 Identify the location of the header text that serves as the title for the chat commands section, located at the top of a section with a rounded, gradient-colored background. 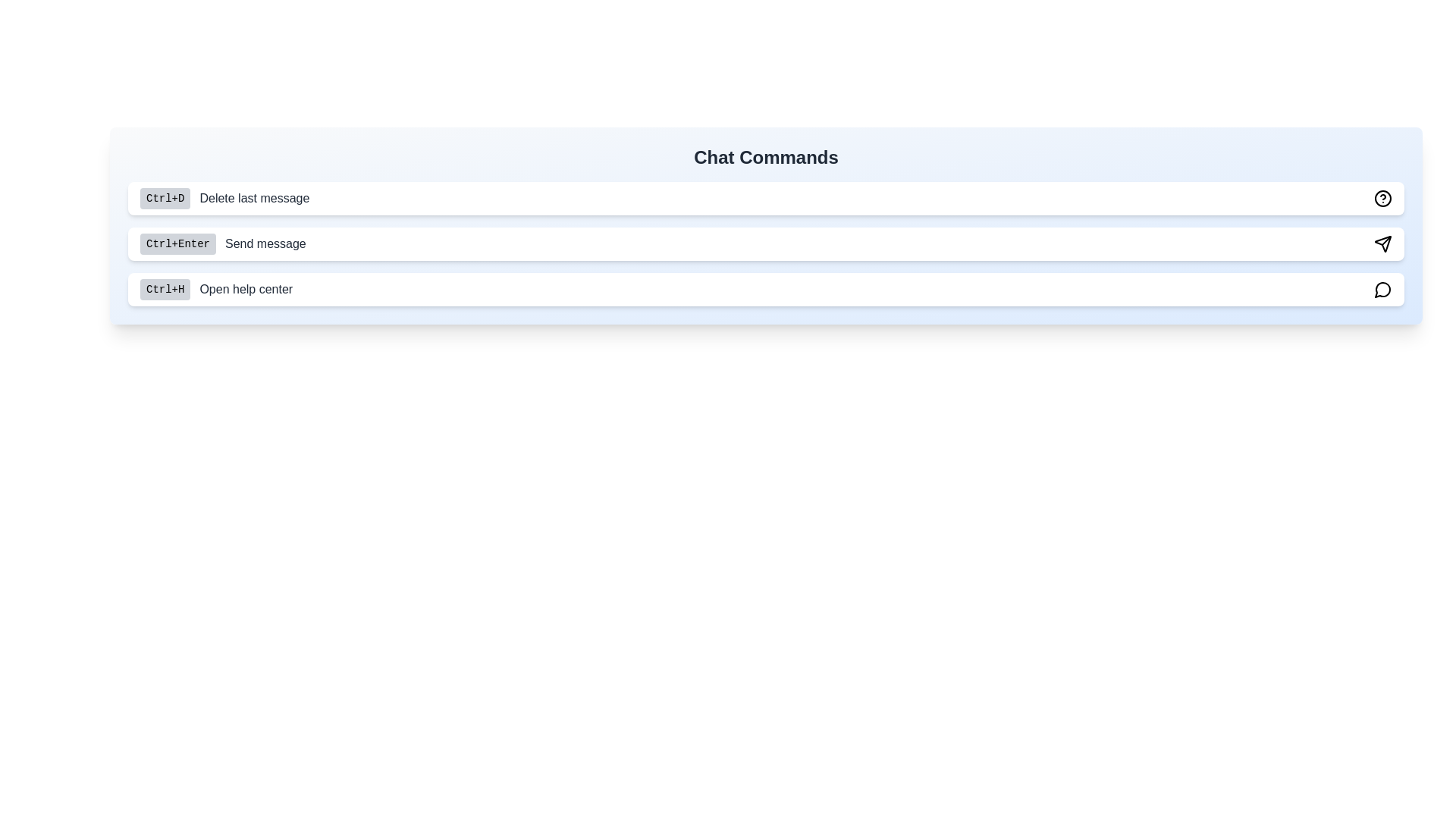
(766, 158).